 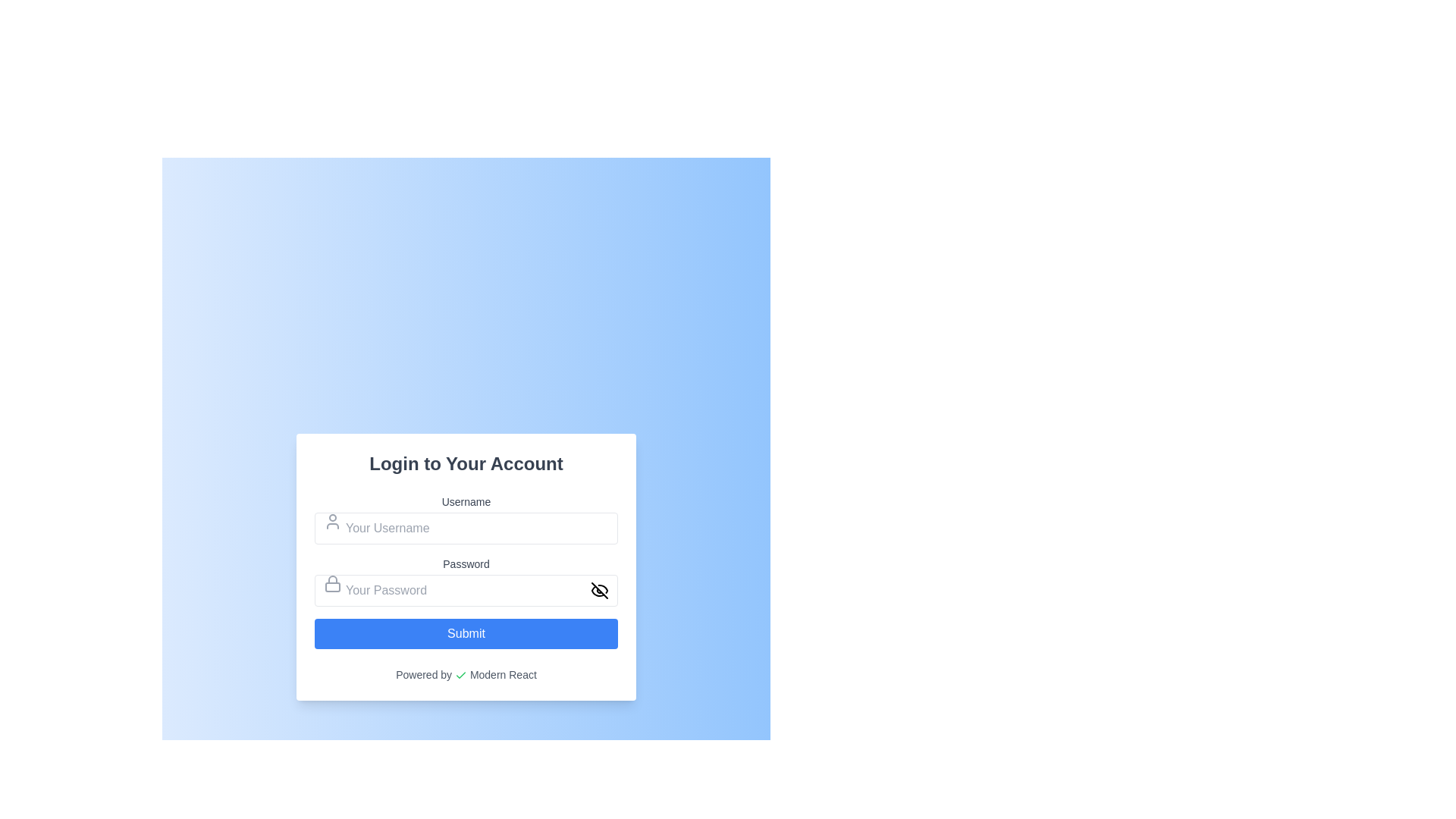 I want to click on the checkmark icon located in the footer of the login box, which signifies confirmation or success, positioned to the left of the text 'Powered by Modern React', so click(x=460, y=675).